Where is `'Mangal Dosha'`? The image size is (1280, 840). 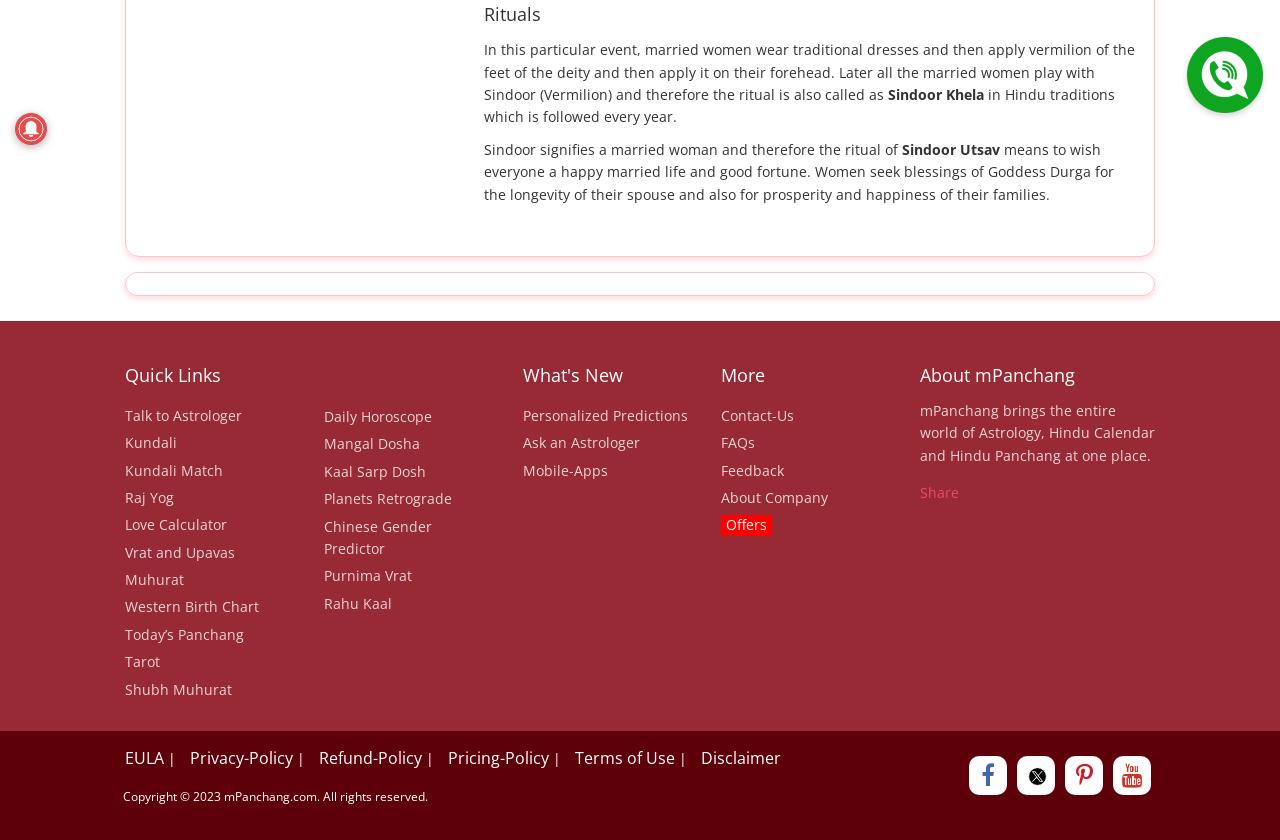 'Mangal Dosha' is located at coordinates (370, 443).